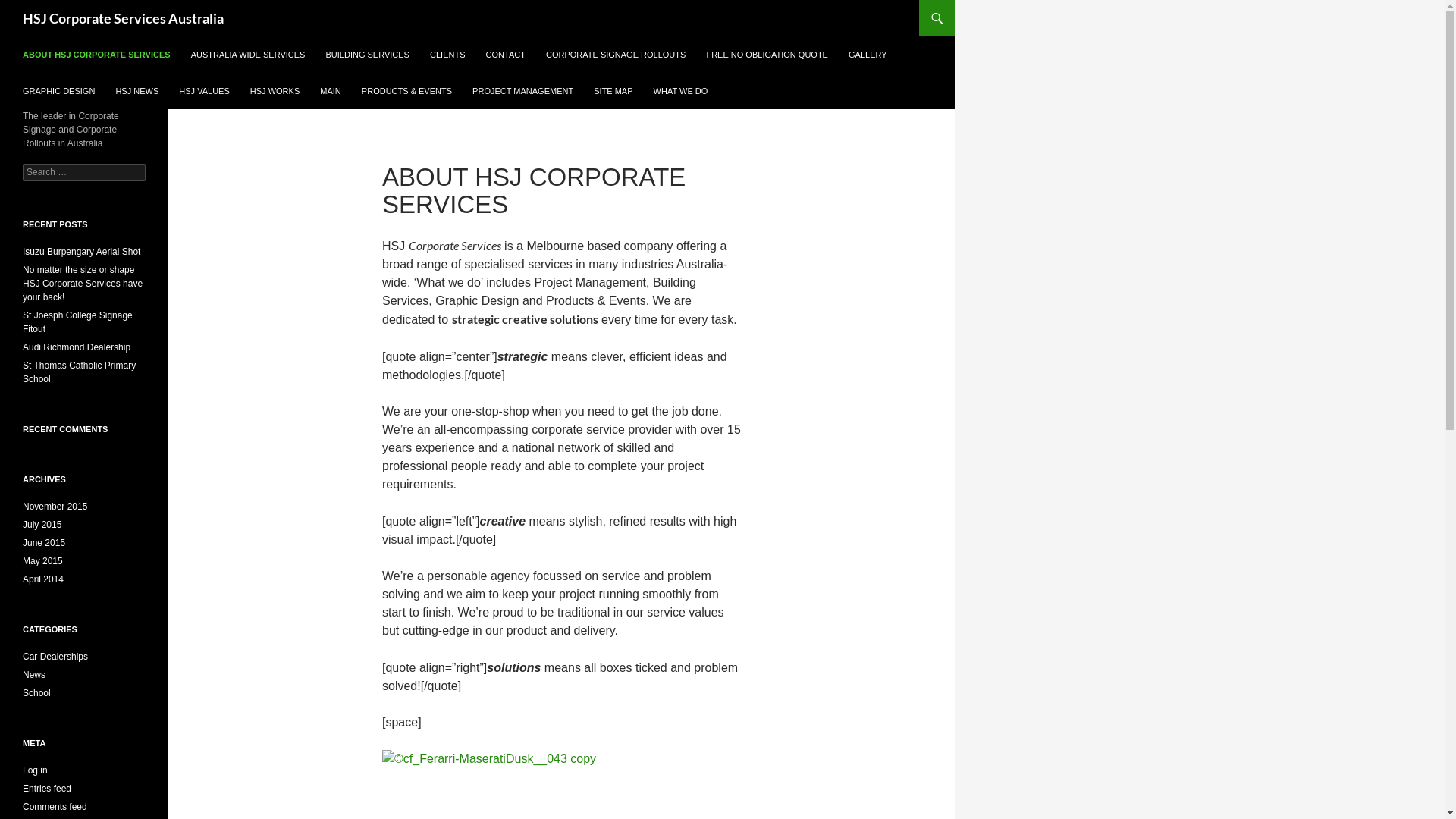 This screenshot has height=819, width=1456. I want to click on 'CONTACT', so click(506, 54).